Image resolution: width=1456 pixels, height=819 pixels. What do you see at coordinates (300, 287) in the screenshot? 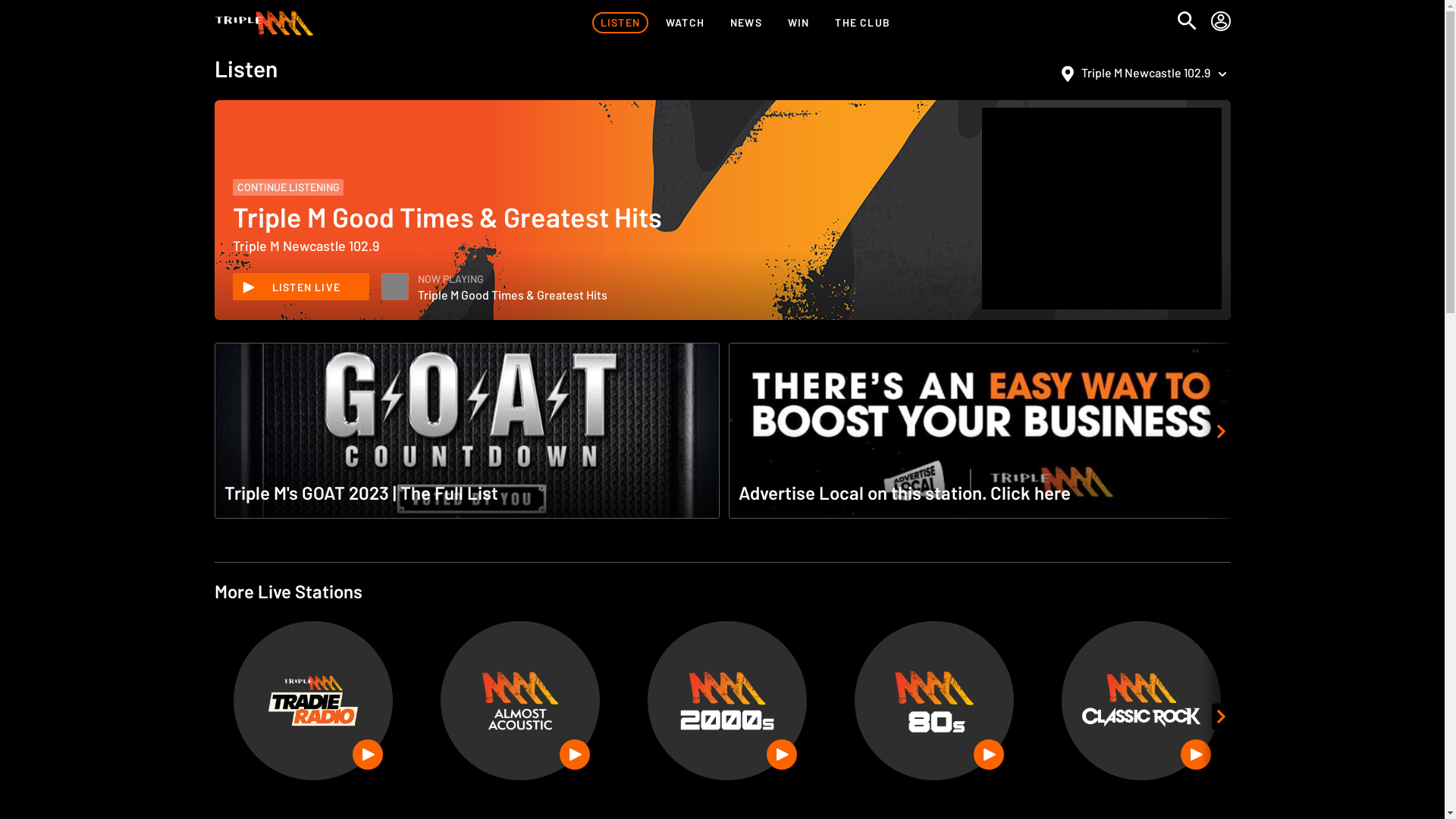
I see `'LISTEN LIVE'` at bounding box center [300, 287].